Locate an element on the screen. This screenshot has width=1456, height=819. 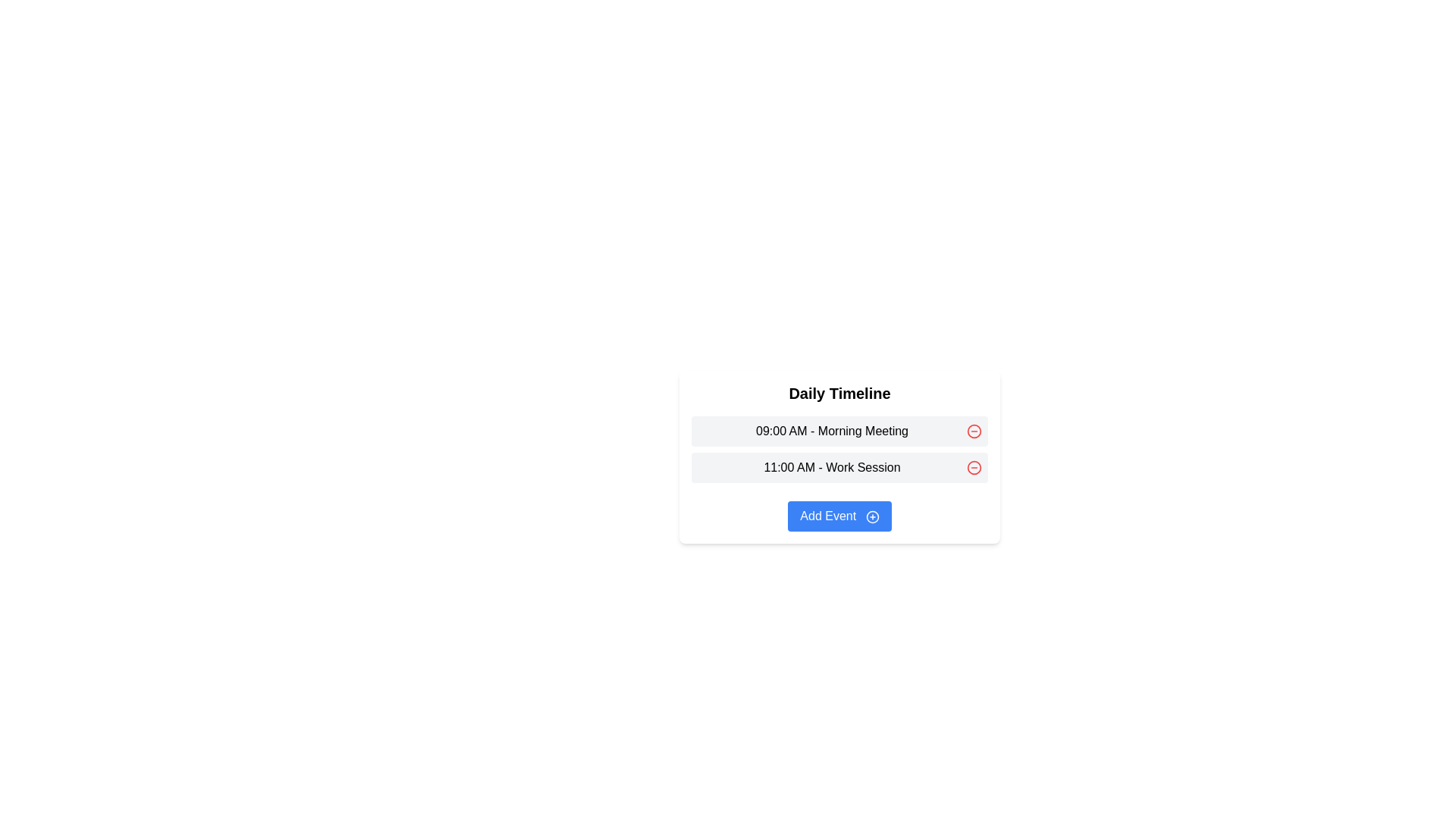
the text label displaying the schedule and description of the task or event in the Daily Timeline section is located at coordinates (831, 467).